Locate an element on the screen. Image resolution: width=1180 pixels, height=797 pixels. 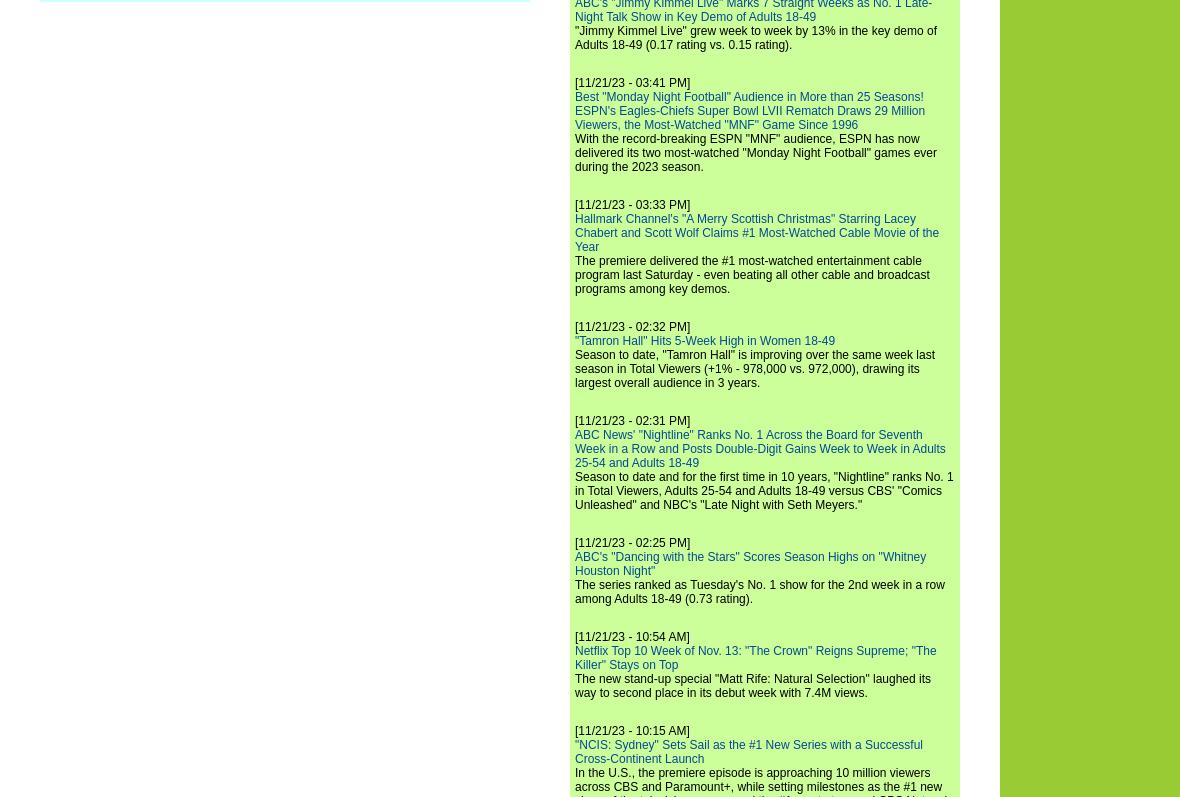
'[11/21/23 - 02:31 PM]' is located at coordinates (631, 420).